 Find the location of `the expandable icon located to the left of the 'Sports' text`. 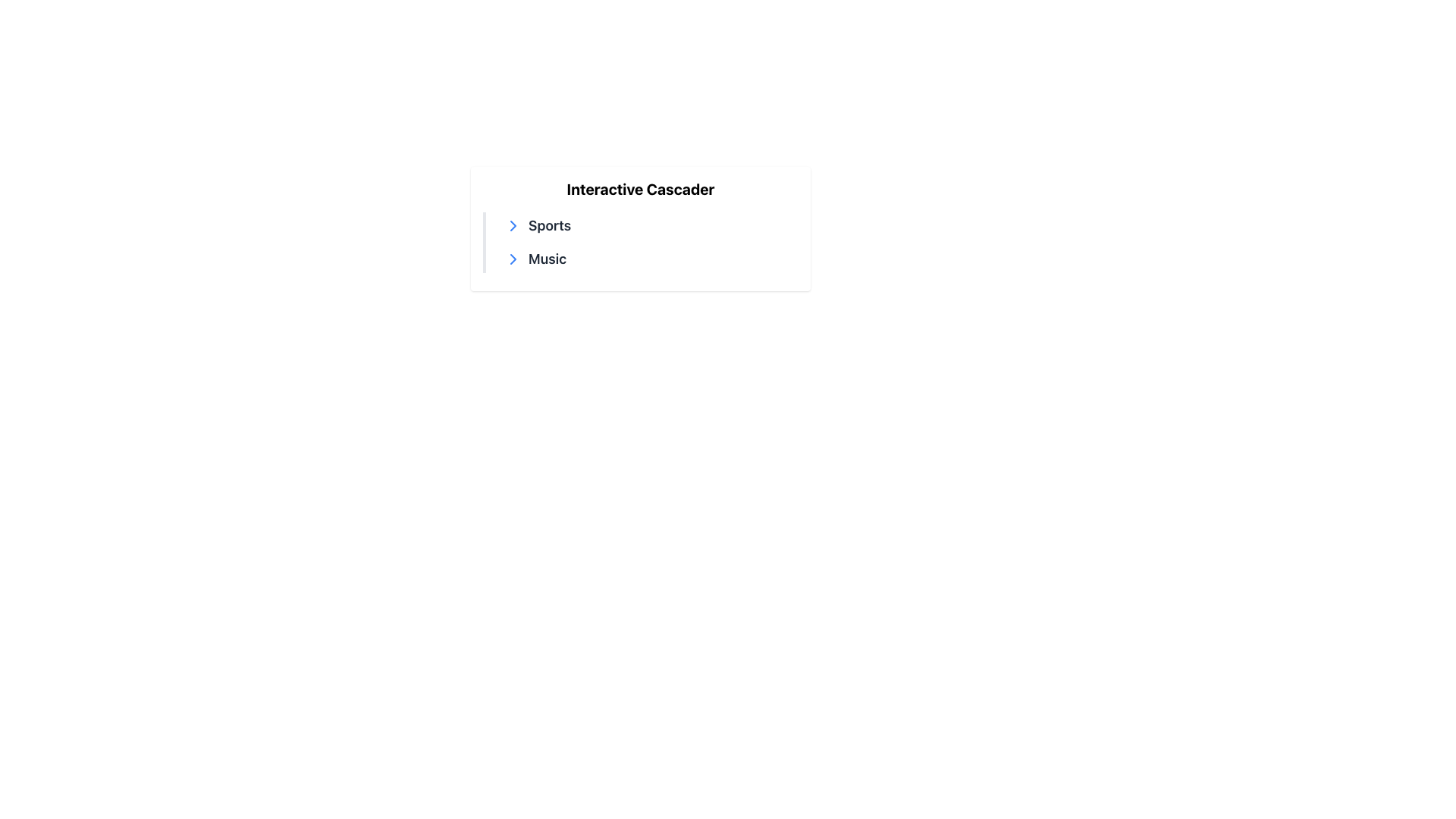

the expandable icon located to the left of the 'Sports' text is located at coordinates (513, 225).